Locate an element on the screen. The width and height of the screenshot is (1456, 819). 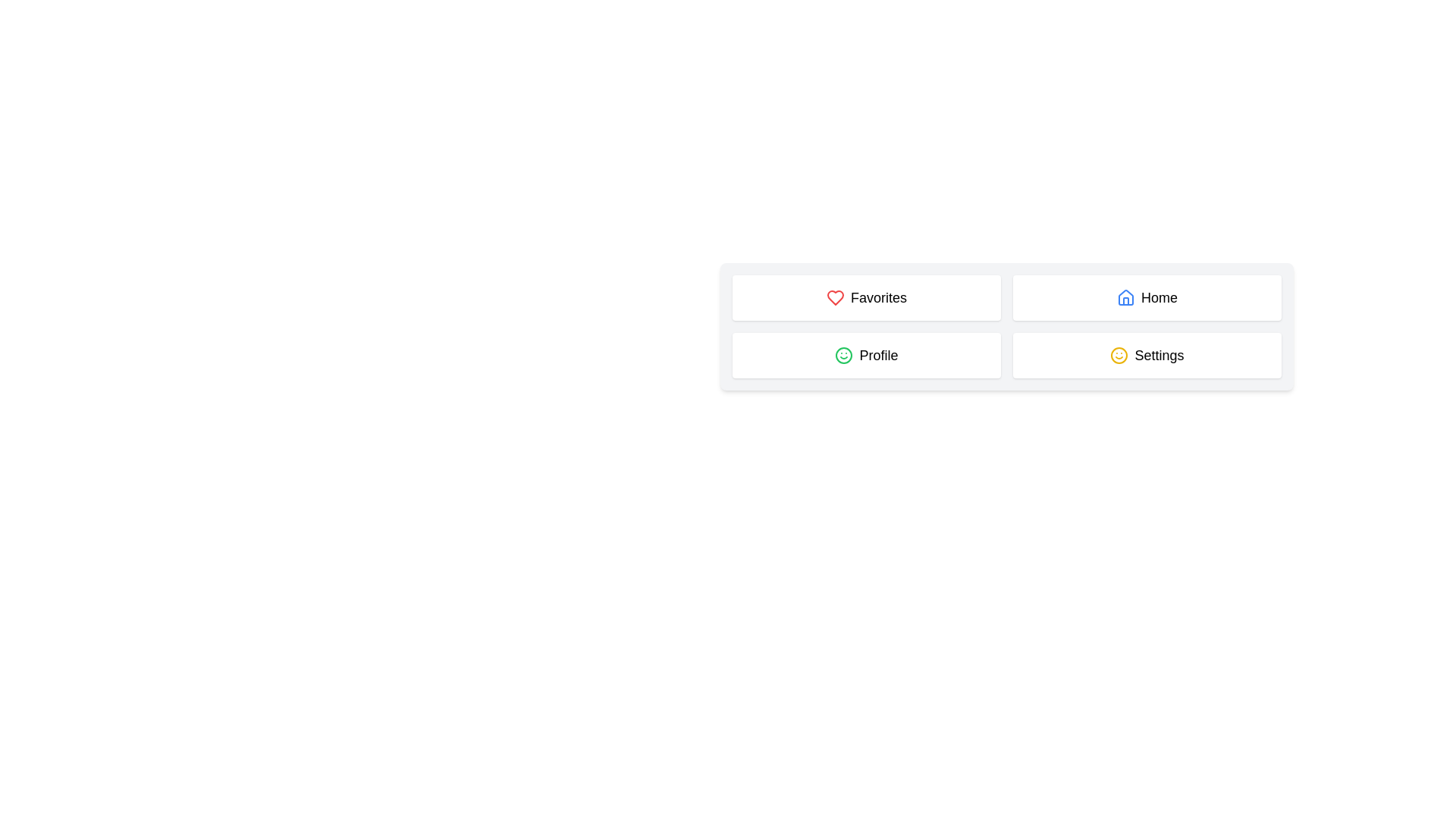
the 'Favorites' button located in the top-left corner of the 2x2 grid layout, which is adjacent to the 'Home' button and above the 'Profile' button is located at coordinates (866, 298).